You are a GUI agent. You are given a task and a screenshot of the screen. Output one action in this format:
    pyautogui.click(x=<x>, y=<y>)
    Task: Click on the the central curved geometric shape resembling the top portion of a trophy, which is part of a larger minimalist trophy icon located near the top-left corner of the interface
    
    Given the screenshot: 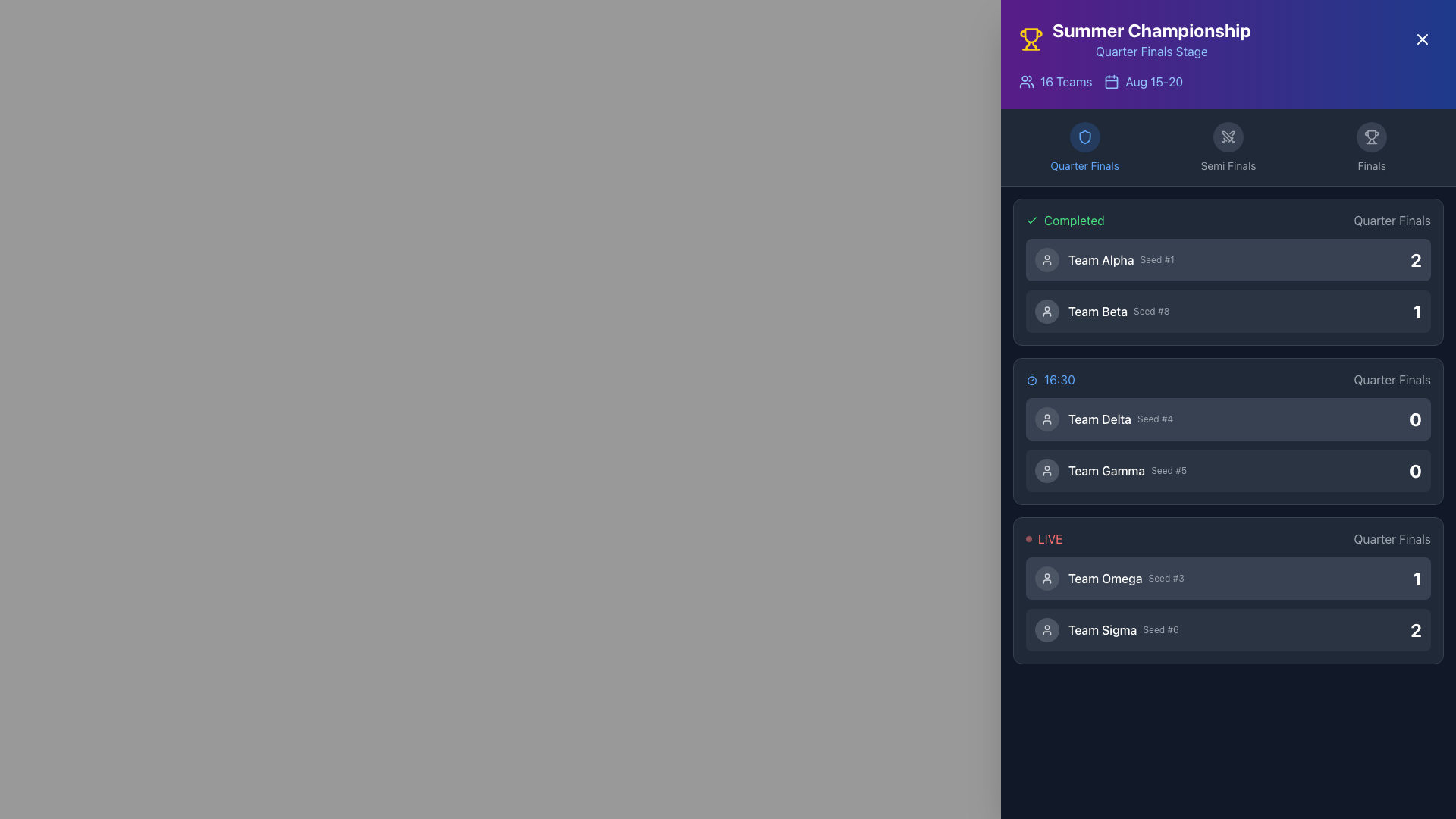 What is the action you would take?
    pyautogui.click(x=1372, y=134)
    